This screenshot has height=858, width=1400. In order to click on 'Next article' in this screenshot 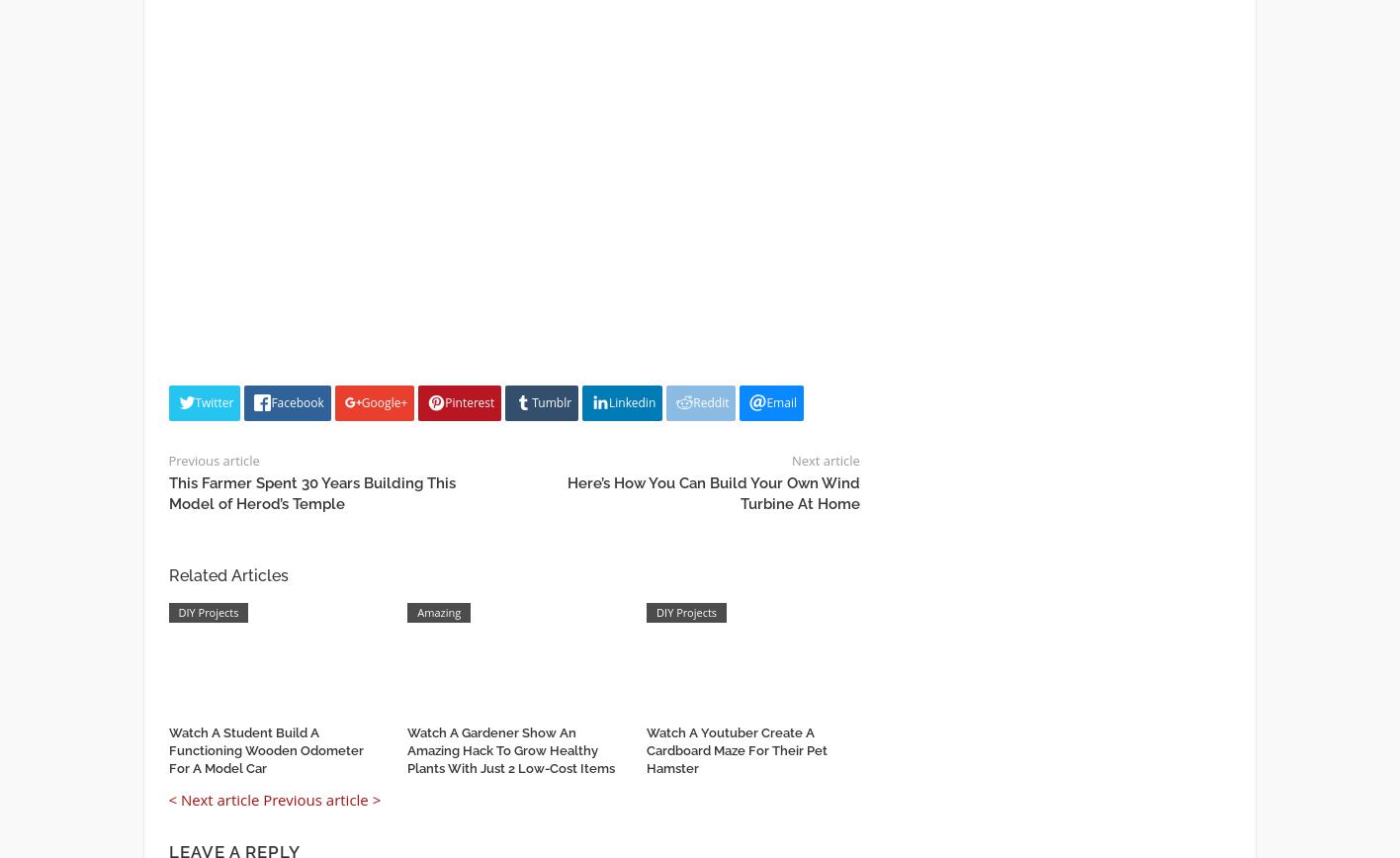, I will do `click(791, 459)`.